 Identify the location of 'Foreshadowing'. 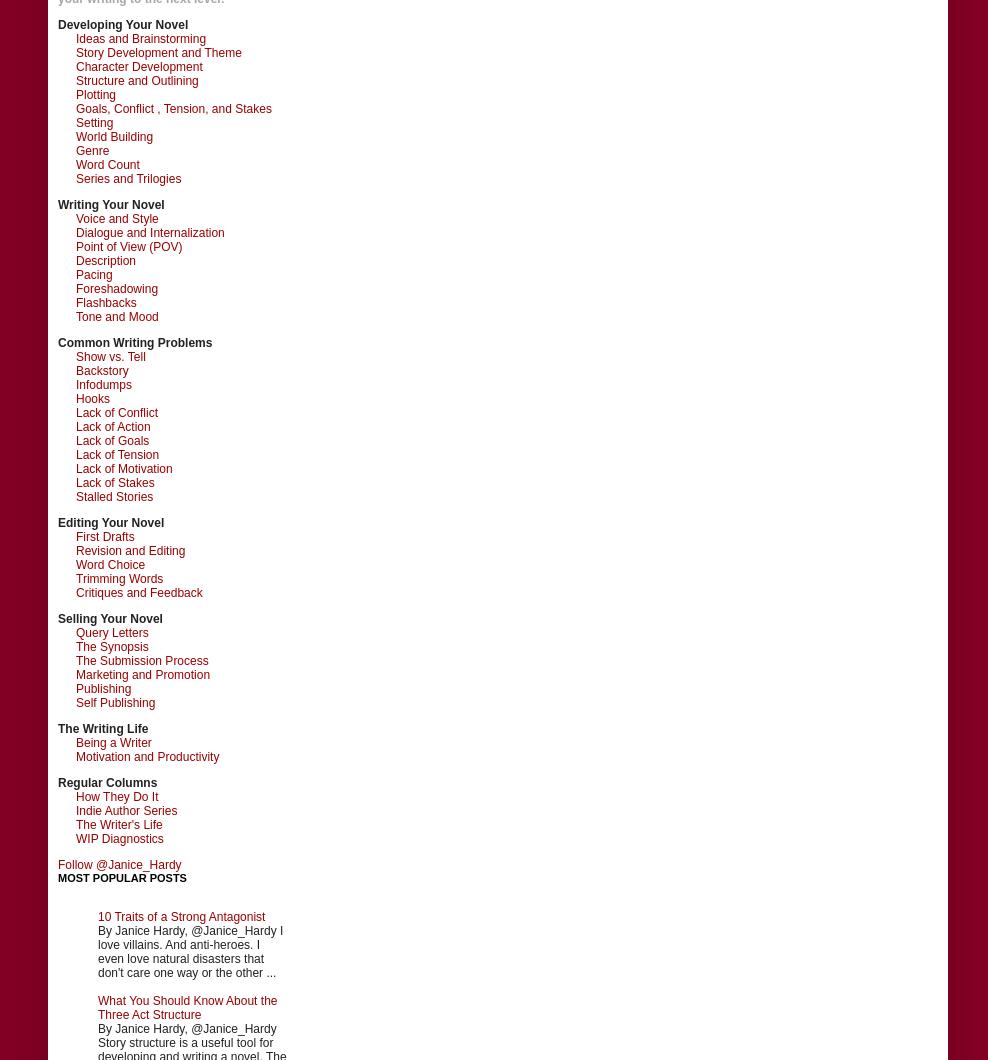
(75, 288).